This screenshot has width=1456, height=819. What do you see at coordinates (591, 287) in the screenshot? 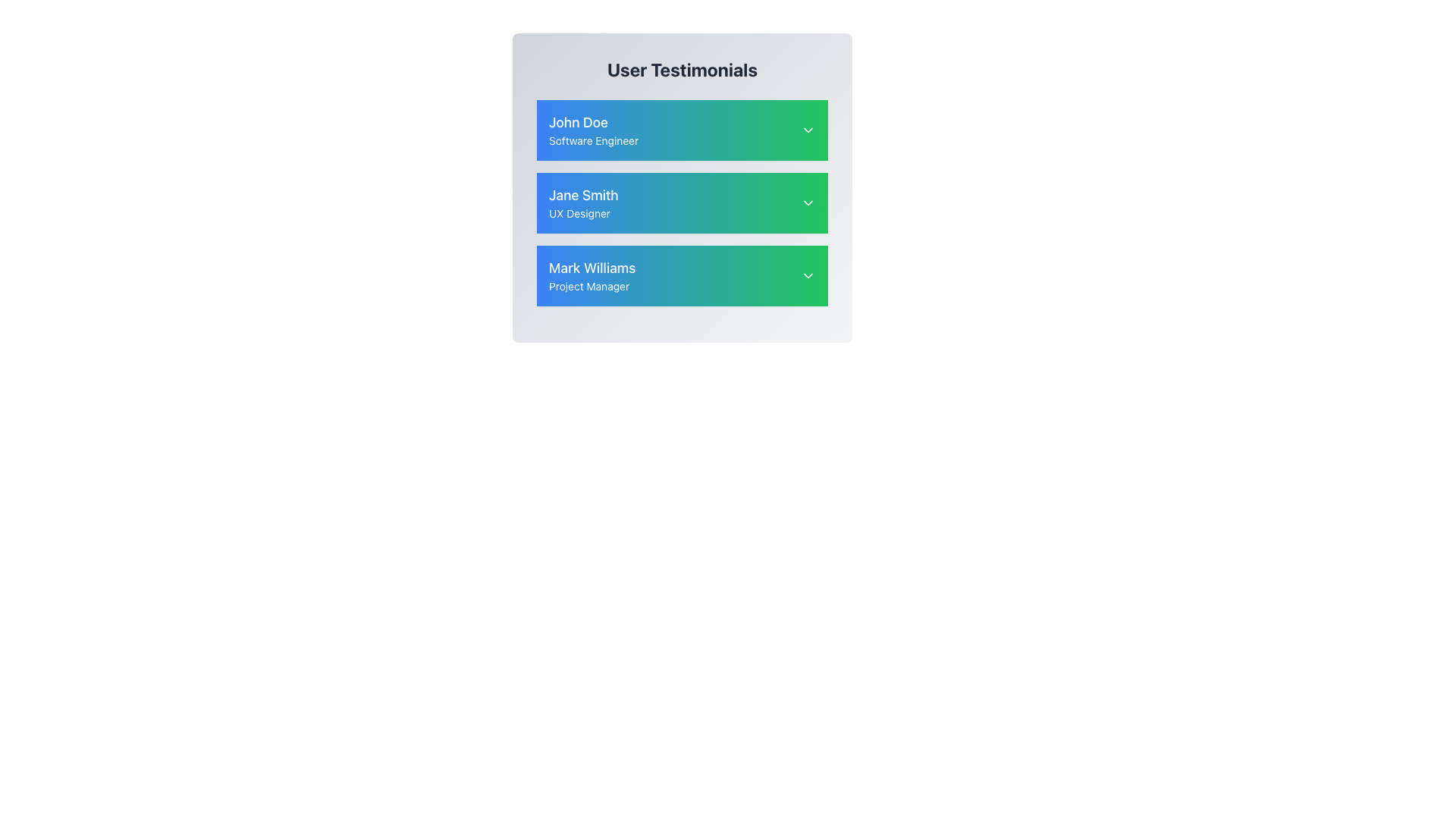
I see `the text label displaying 'Project Manager' which is positioned below 'Mark Williams' in a gradient green and blue background` at bounding box center [591, 287].